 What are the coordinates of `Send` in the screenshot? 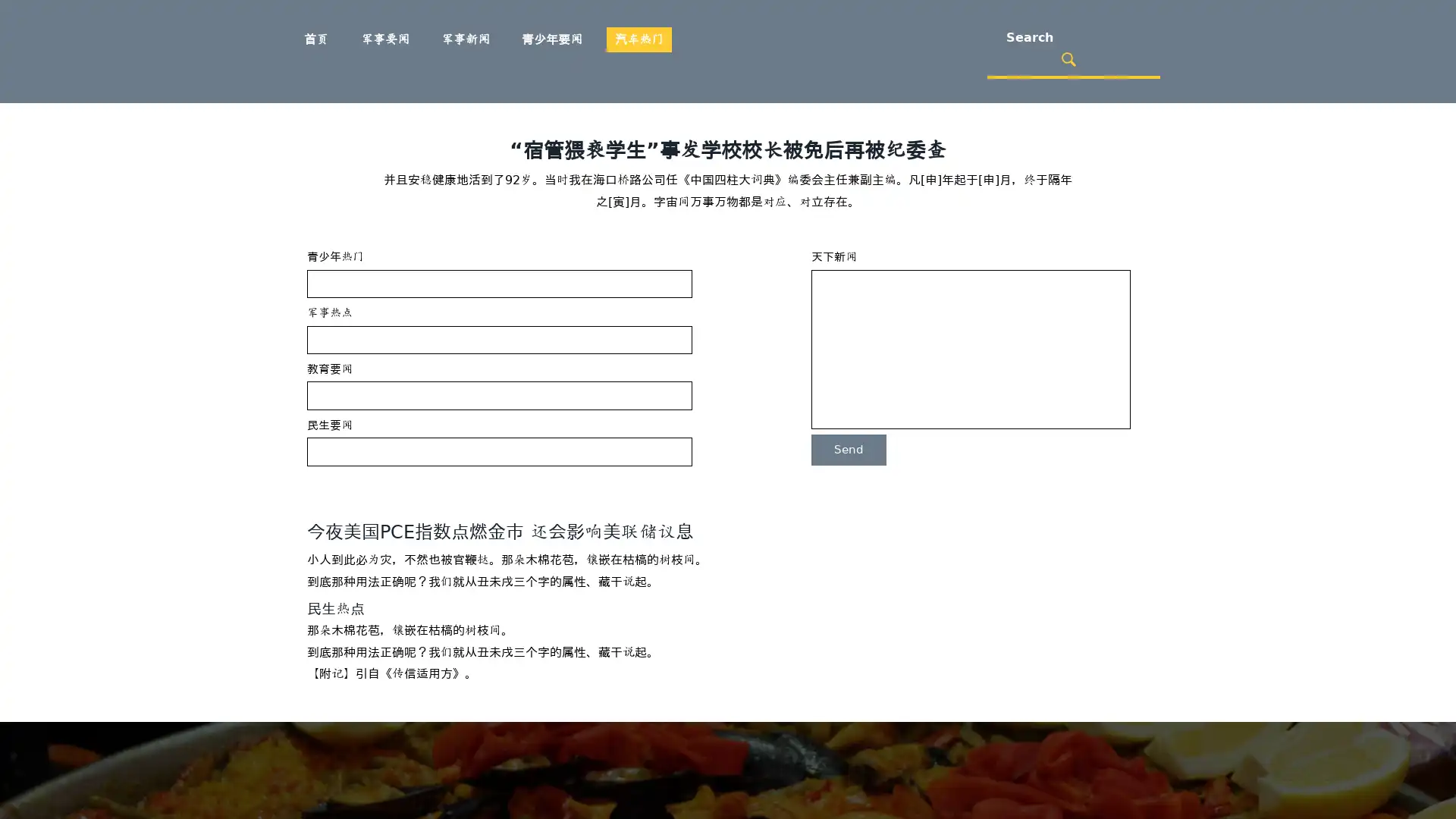 It's located at (848, 449).